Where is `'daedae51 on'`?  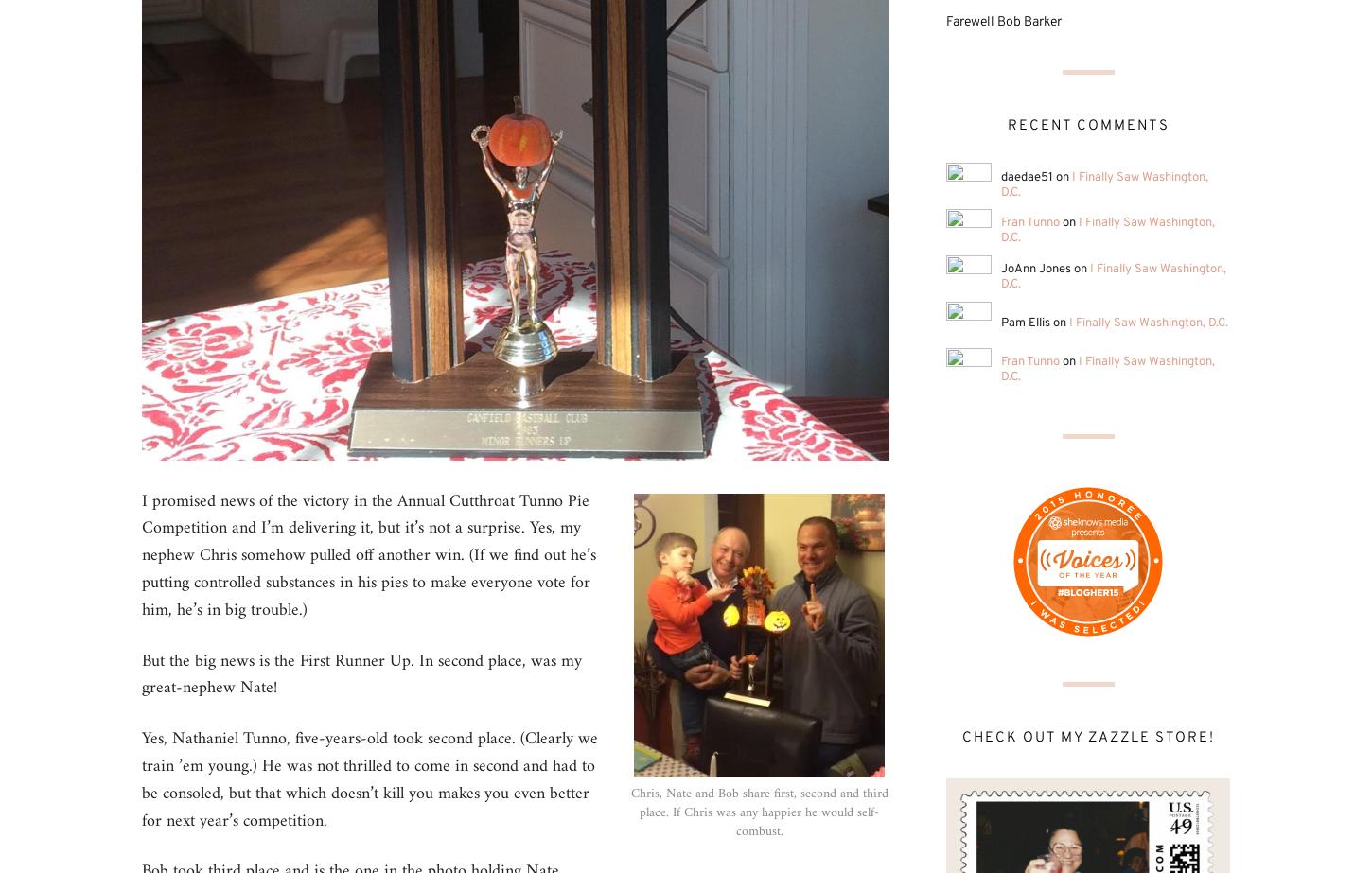 'daedae51 on' is located at coordinates (1035, 178).